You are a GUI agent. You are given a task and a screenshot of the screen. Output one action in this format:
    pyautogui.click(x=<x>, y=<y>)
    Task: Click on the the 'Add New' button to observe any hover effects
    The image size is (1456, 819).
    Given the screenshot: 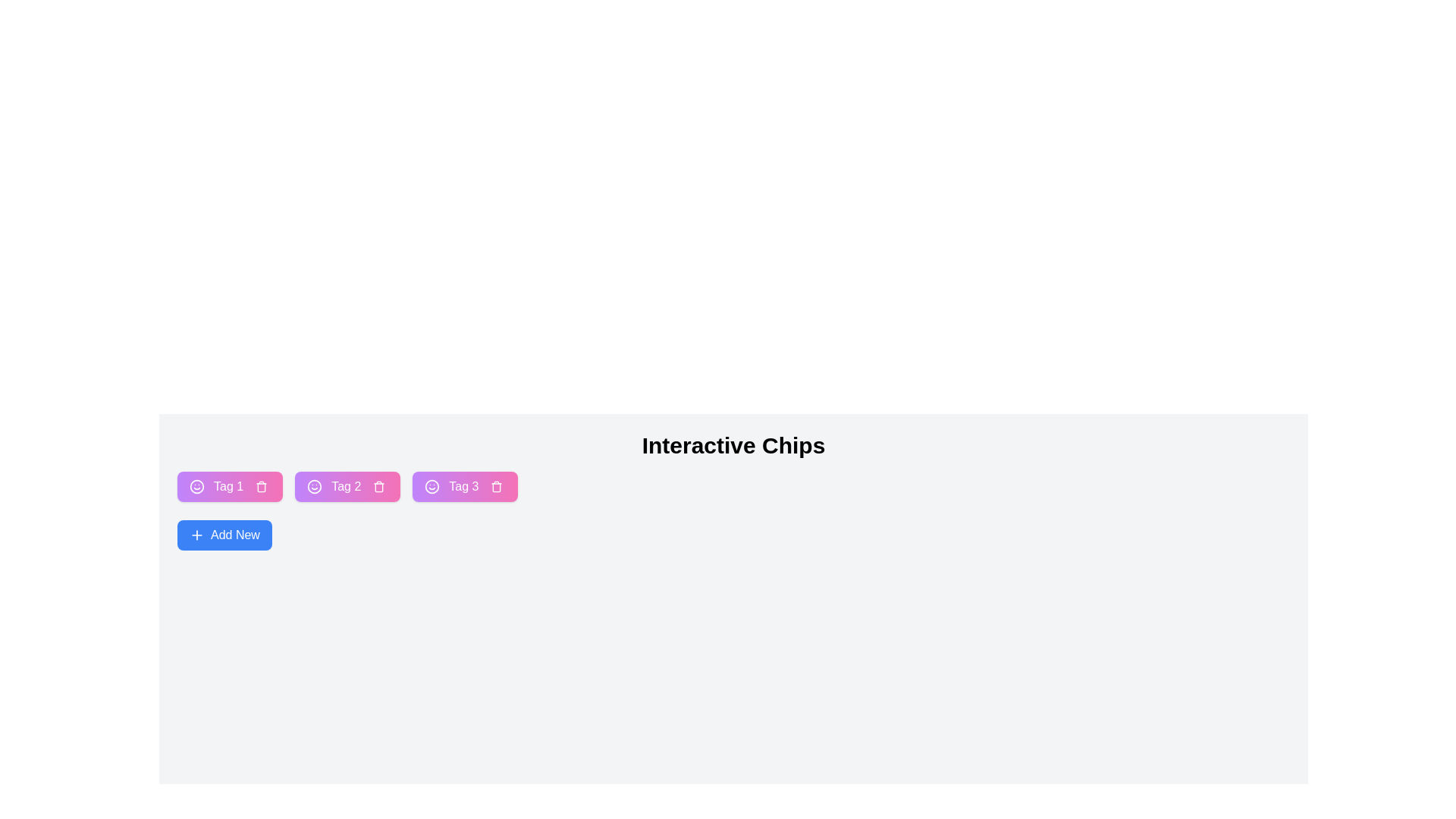 What is the action you would take?
    pyautogui.click(x=224, y=534)
    